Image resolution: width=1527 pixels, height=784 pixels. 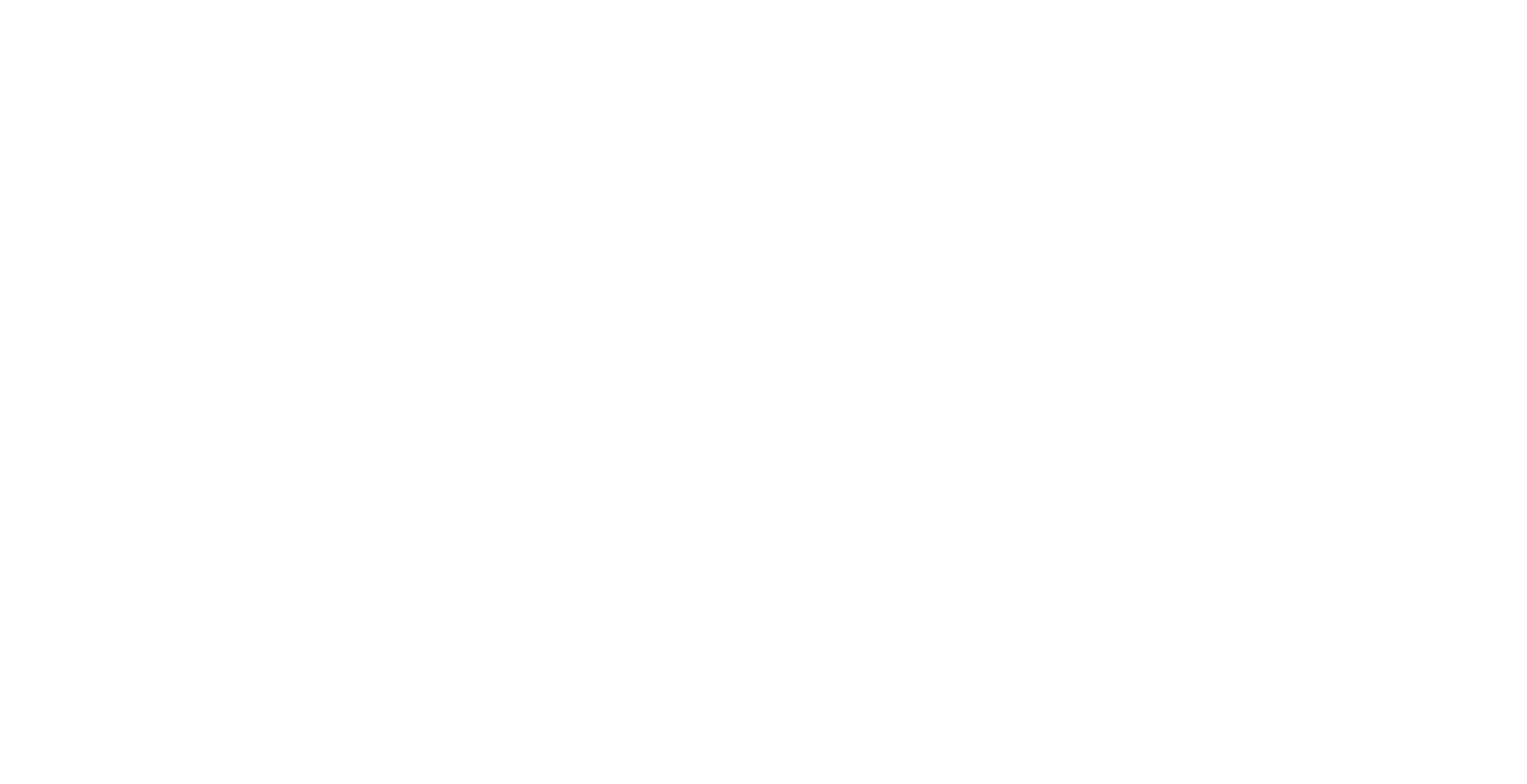 What do you see at coordinates (1224, 672) in the screenshot?
I see `'Techno Wool Brushing Boot'` at bounding box center [1224, 672].